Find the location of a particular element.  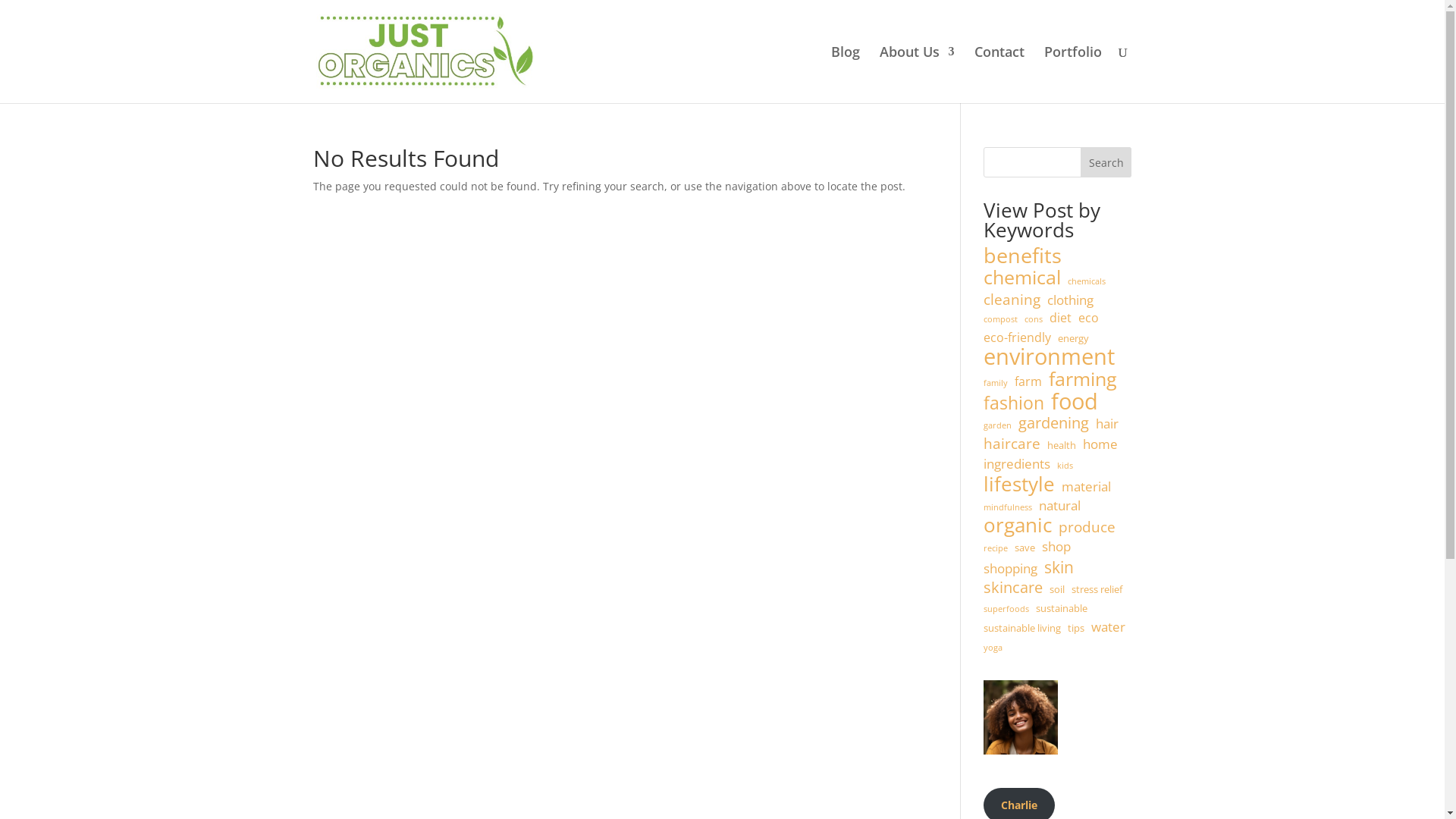

'gardening' is located at coordinates (1053, 423).